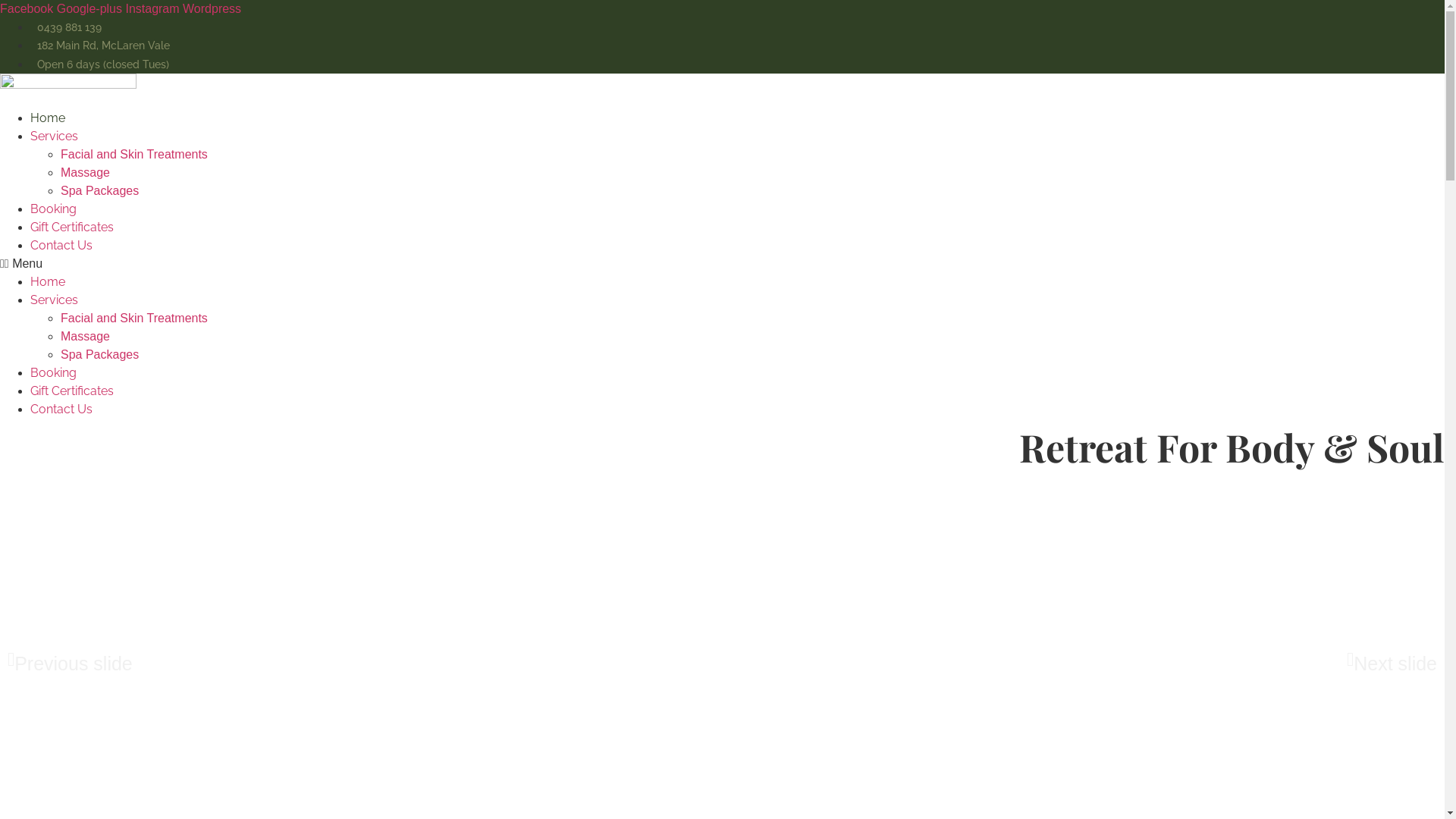 This screenshot has width=1456, height=819. What do you see at coordinates (0, 8) in the screenshot?
I see `'Facebook'` at bounding box center [0, 8].